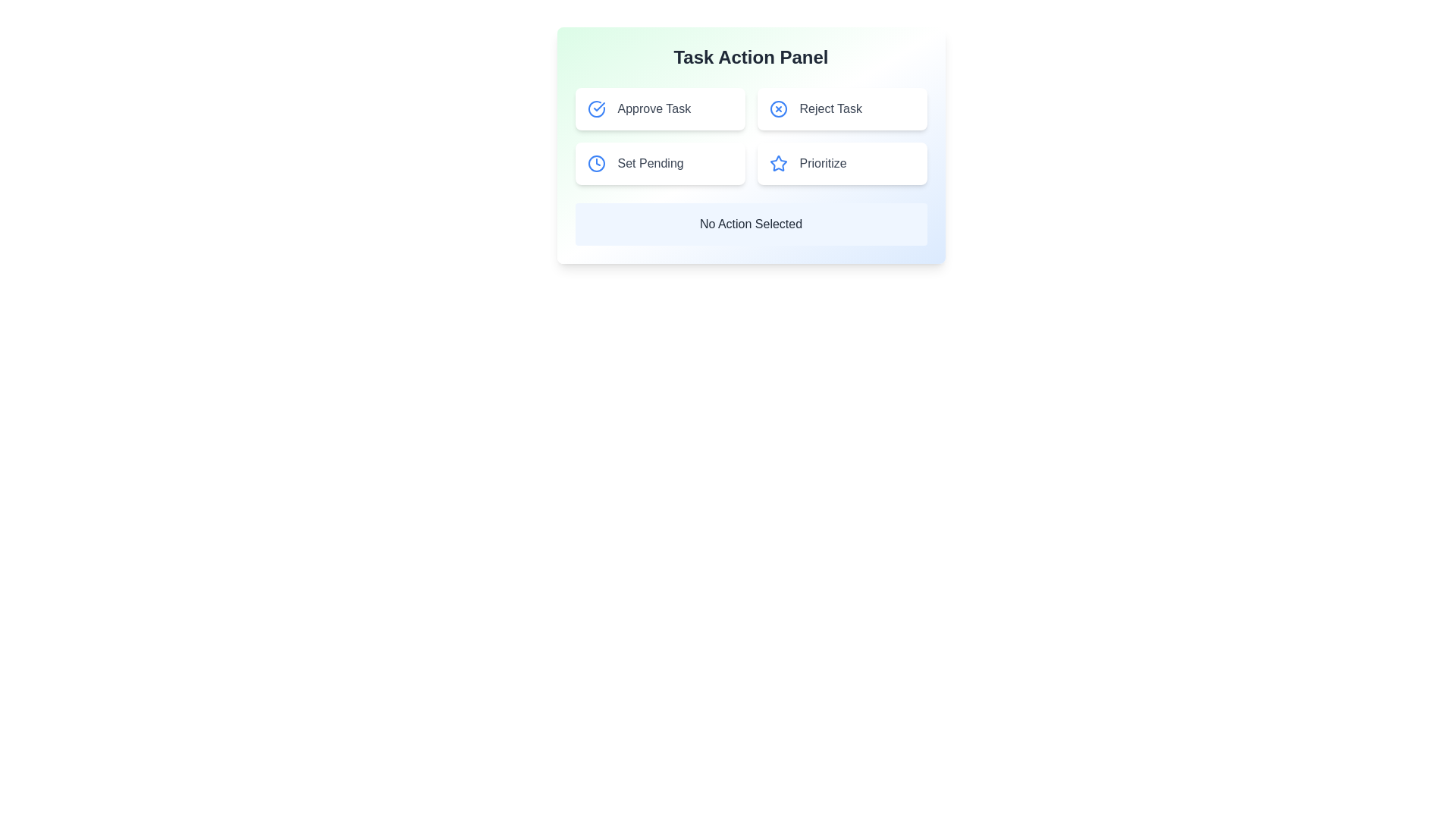  I want to click on the 'Prioritize' button containing the star-shaped icon to prioritize a task, so click(778, 163).